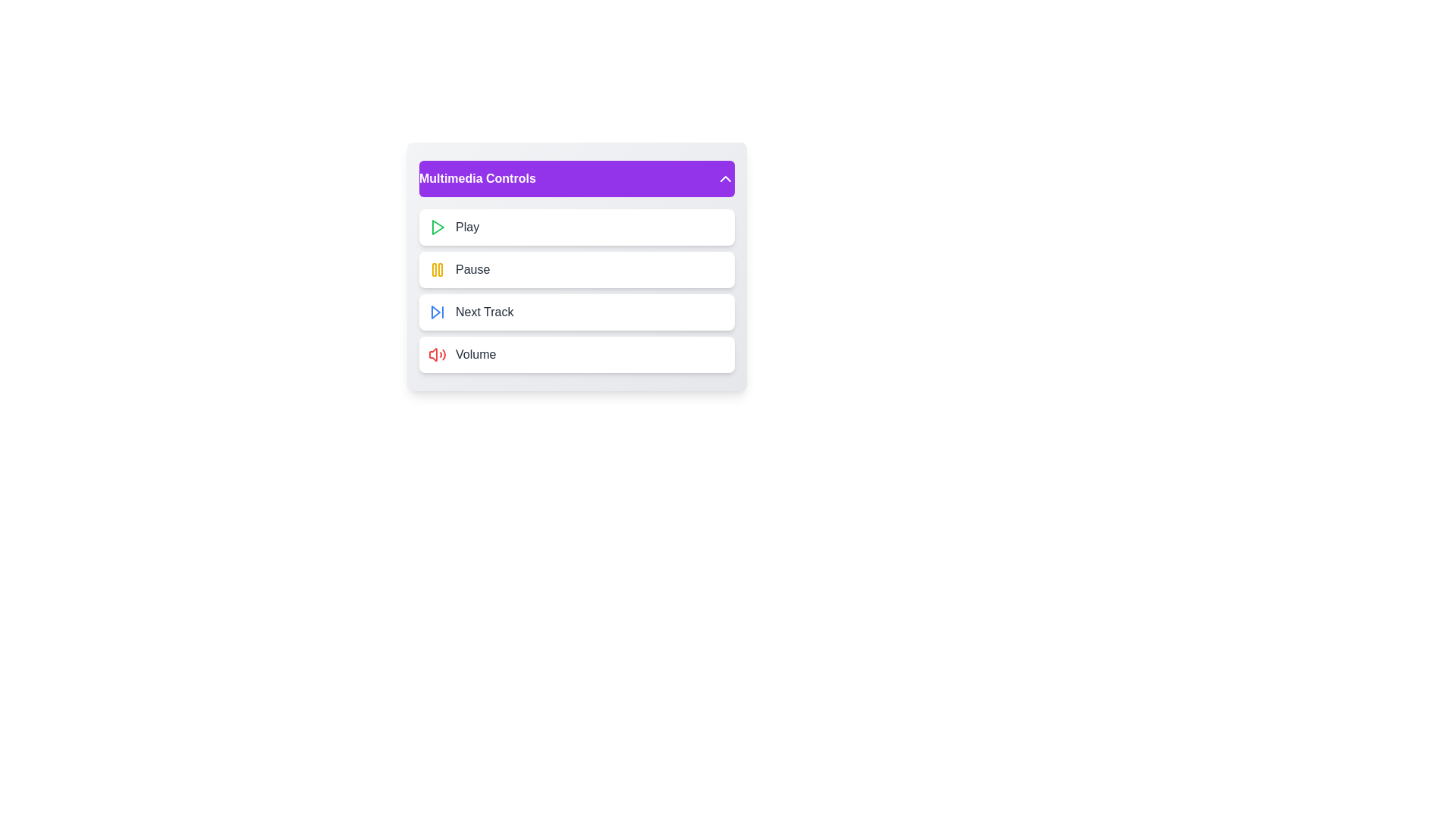 The image size is (1456, 819). What do you see at coordinates (436, 312) in the screenshot?
I see `the icon representing the action of skipping to the next track in the media player, which is positioned on the leftmost side of the 'Next Track' button` at bounding box center [436, 312].